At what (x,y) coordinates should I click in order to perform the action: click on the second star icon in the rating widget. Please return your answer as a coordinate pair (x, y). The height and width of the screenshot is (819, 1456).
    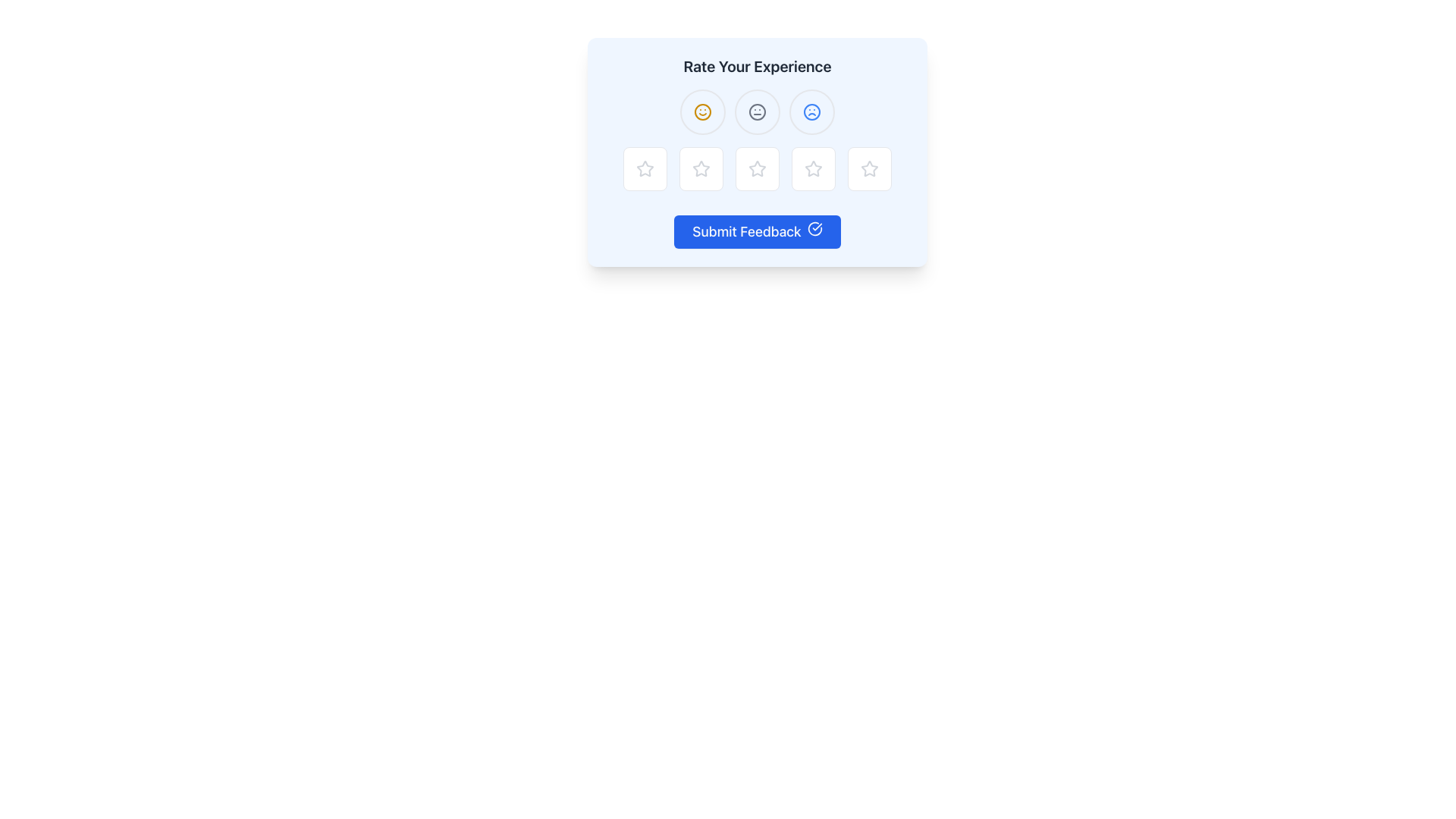
    Looking at the image, I should click on (701, 168).